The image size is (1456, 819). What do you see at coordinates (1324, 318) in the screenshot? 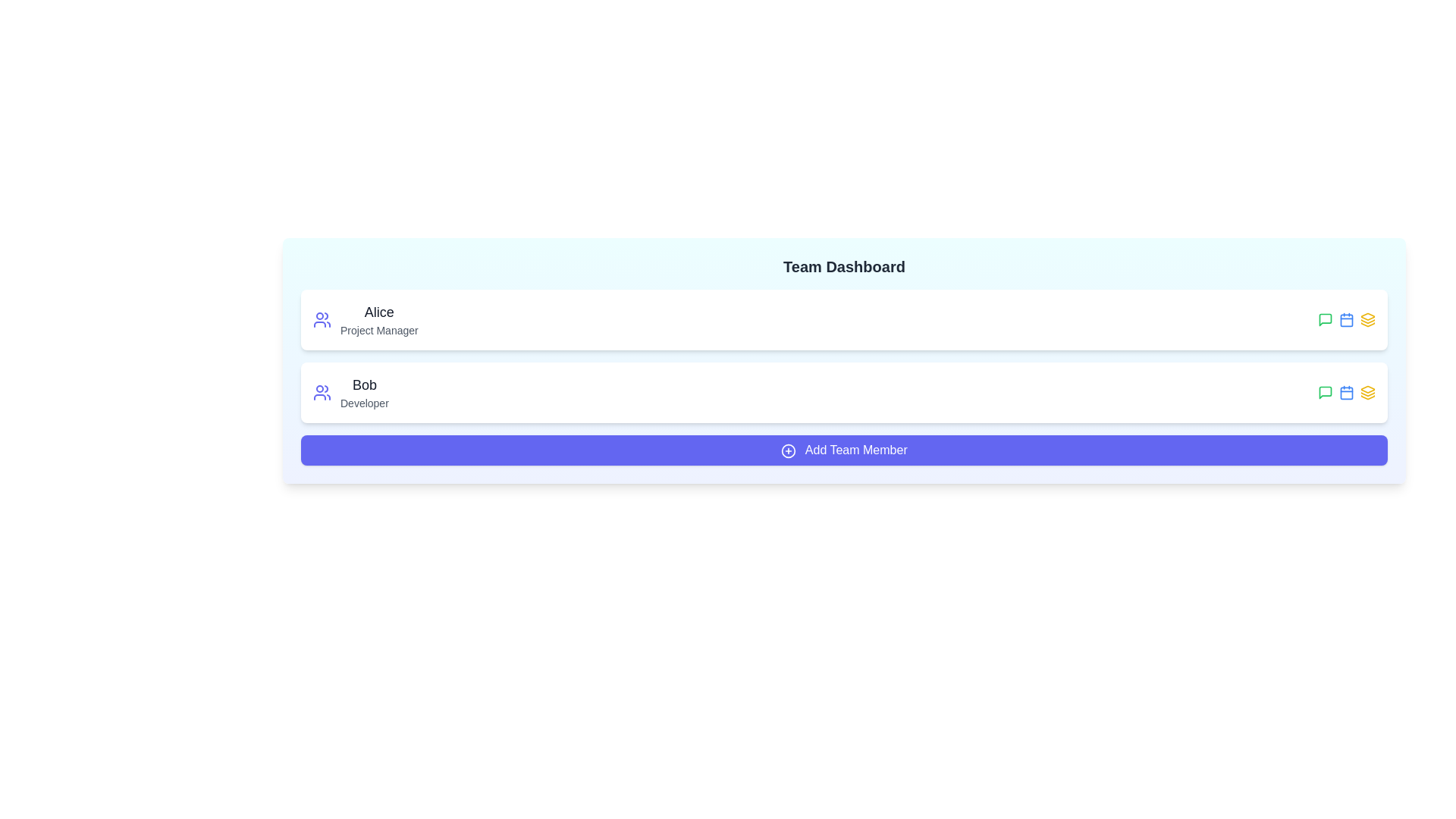
I see `the Interactive Icon located on the right side within the row associated with 'Bob - Developer'` at bounding box center [1324, 318].